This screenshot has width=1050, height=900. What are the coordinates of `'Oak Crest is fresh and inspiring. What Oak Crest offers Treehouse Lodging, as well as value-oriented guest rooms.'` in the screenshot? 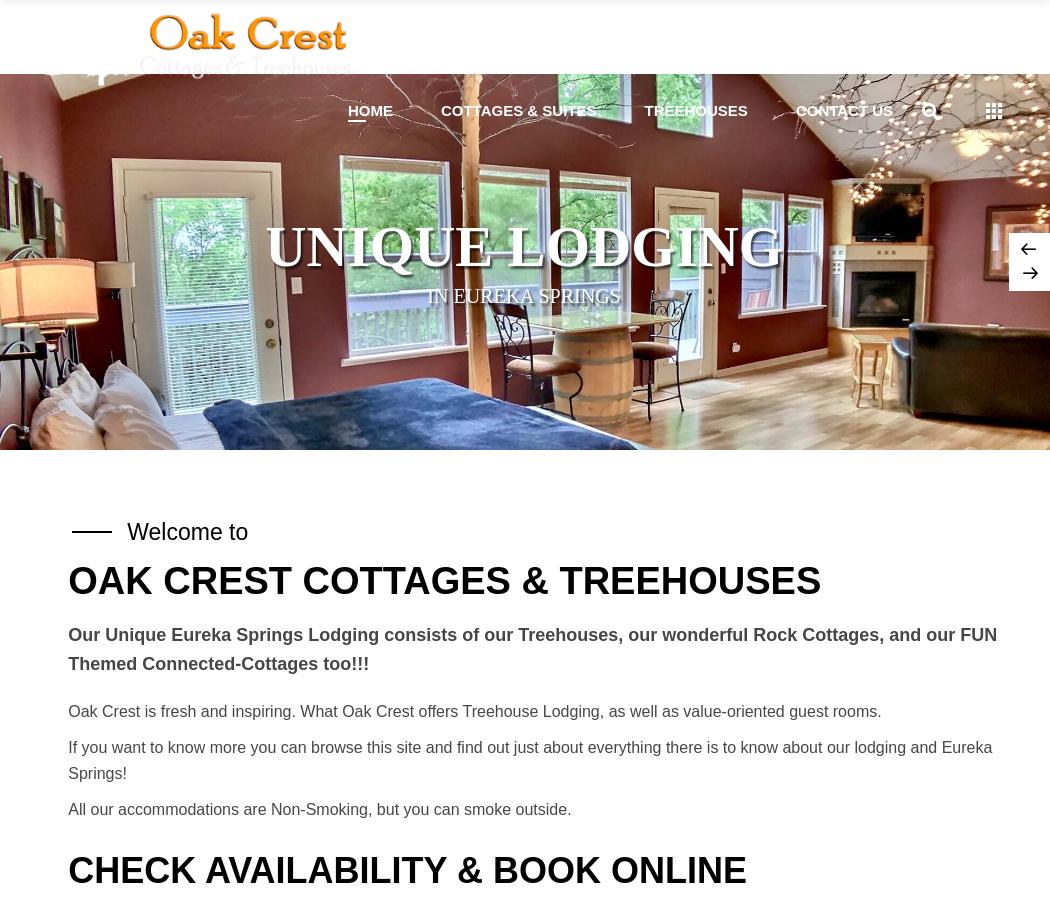 It's located at (474, 710).